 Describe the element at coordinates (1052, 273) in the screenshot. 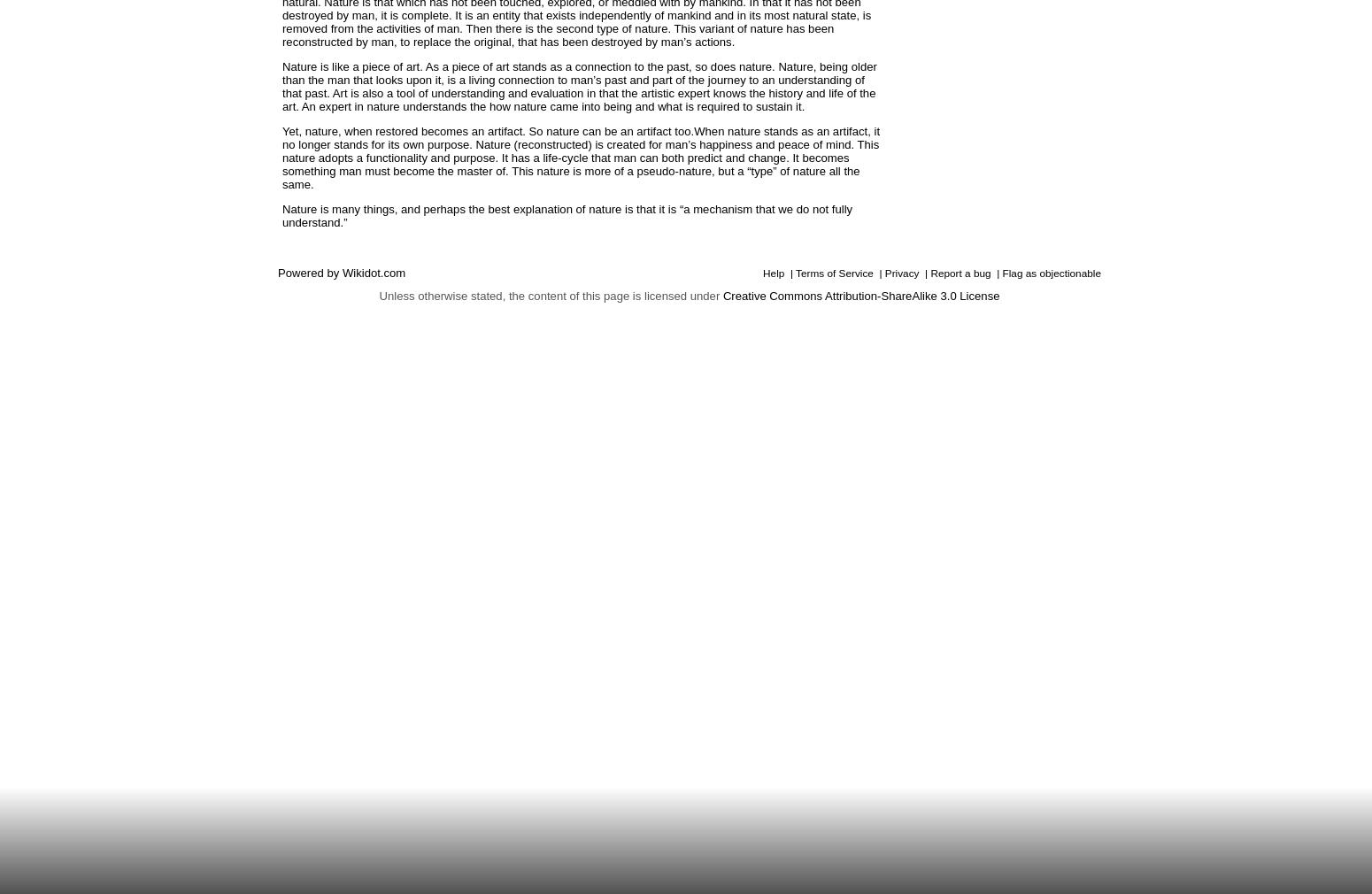

I see `'Flag as objectionable'` at that location.